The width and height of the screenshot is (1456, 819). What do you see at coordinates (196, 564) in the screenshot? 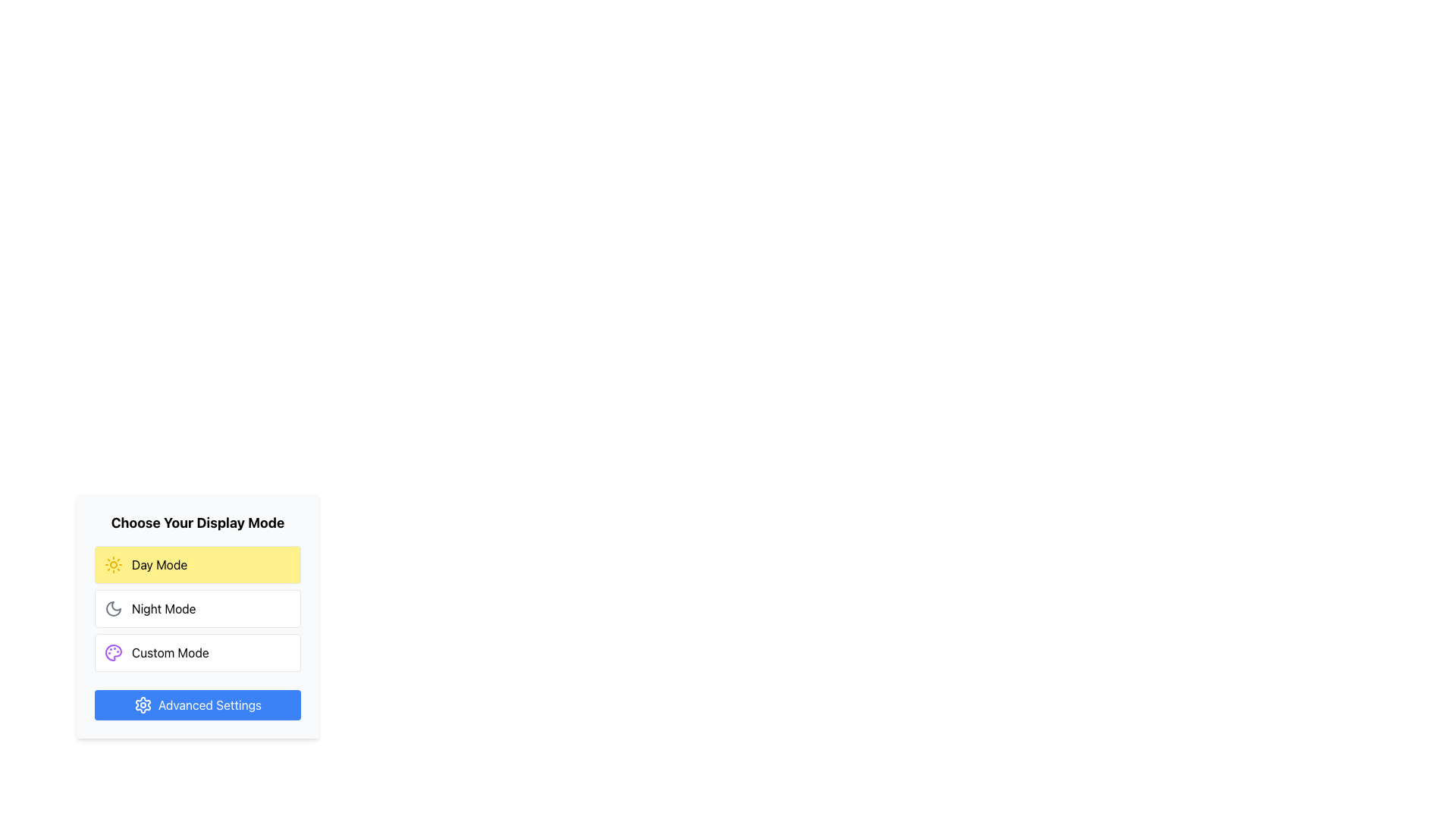
I see `the 'Day Mode' button in the 'Choose Your Display Mode' selection box` at bounding box center [196, 564].